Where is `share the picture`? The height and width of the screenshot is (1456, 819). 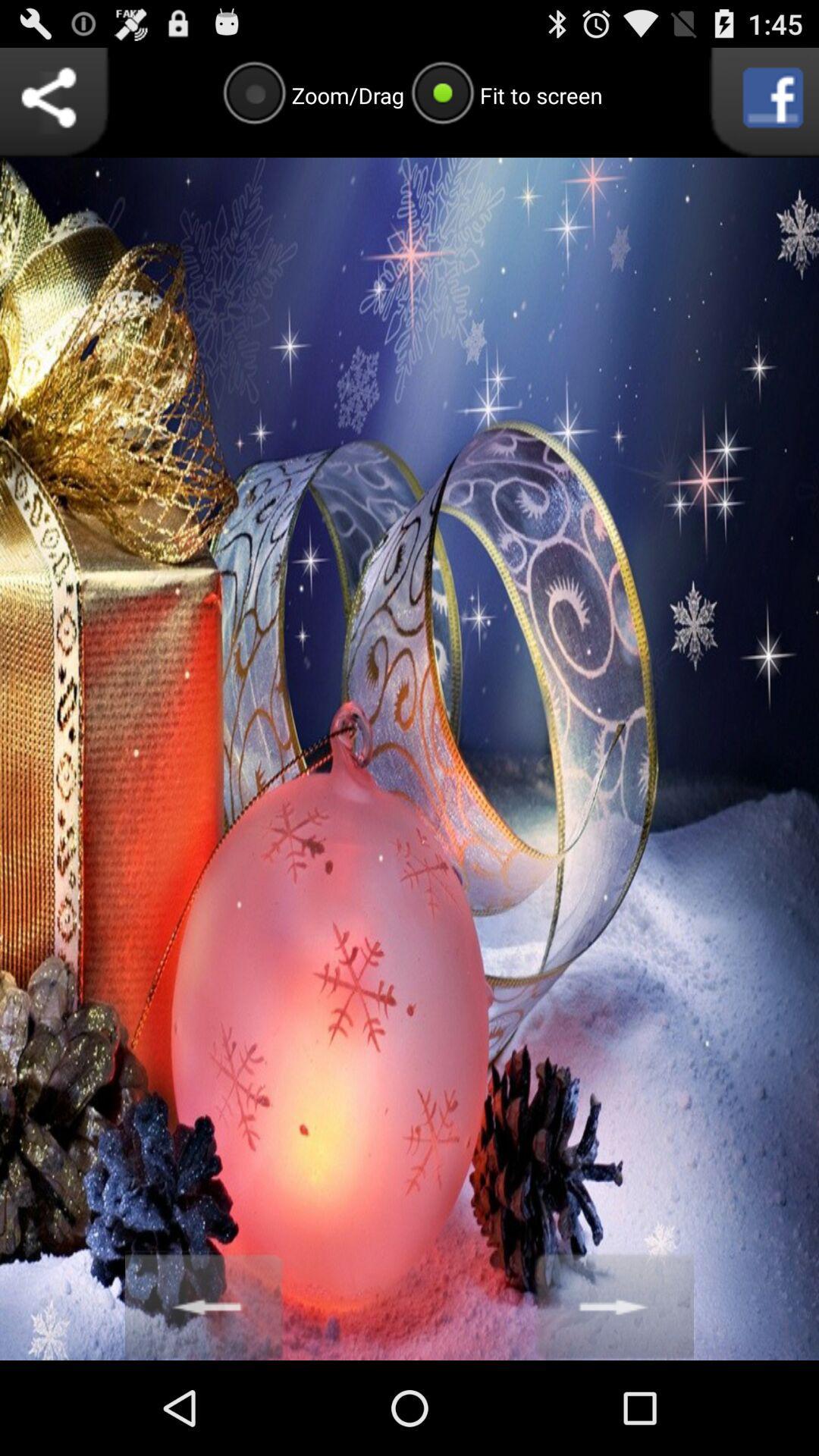 share the picture is located at coordinates (54, 102).